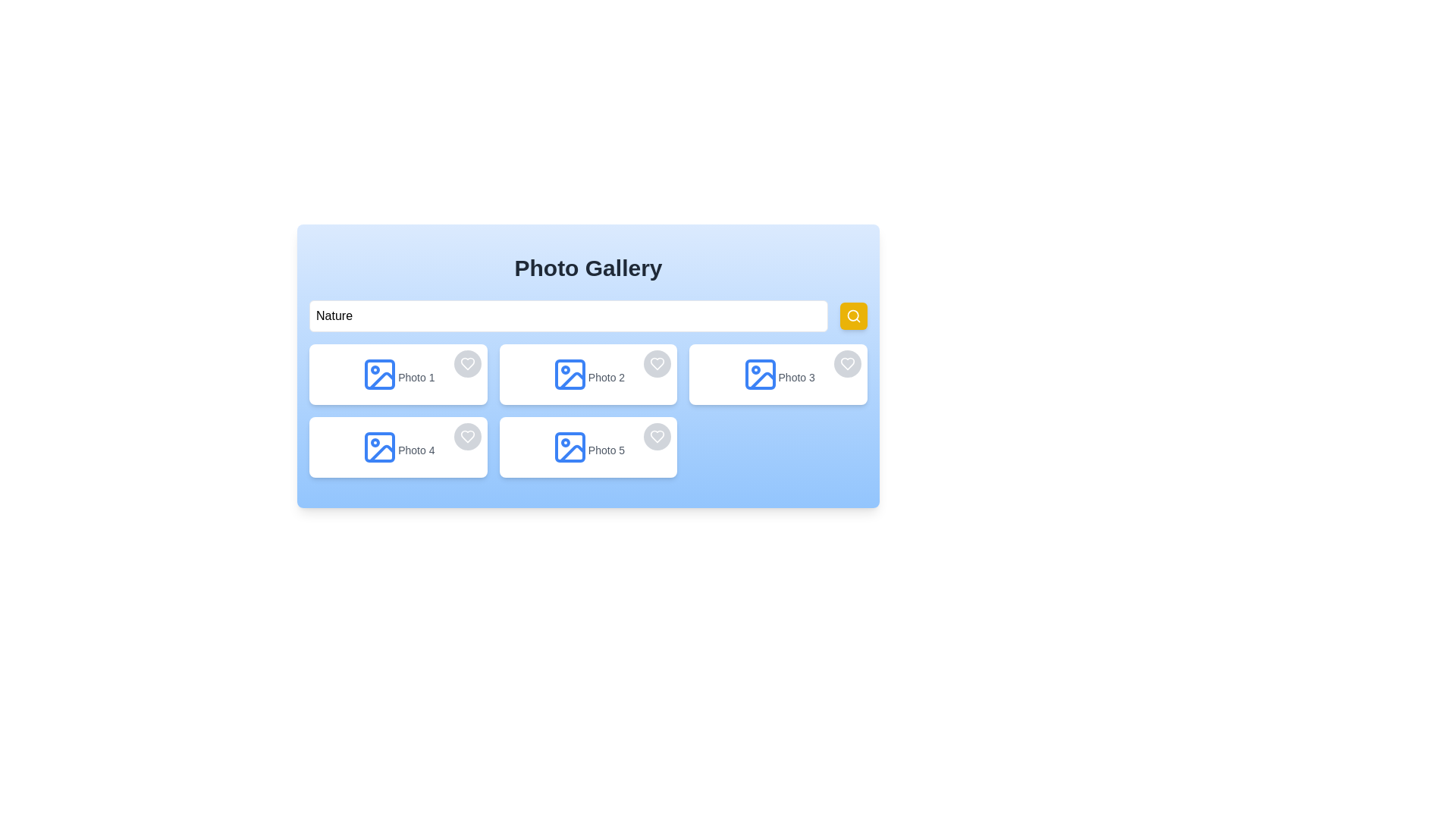 This screenshot has height=819, width=1456. What do you see at coordinates (657, 363) in the screenshot?
I see `the heart icon button in the top-right corner of the second photo card` at bounding box center [657, 363].